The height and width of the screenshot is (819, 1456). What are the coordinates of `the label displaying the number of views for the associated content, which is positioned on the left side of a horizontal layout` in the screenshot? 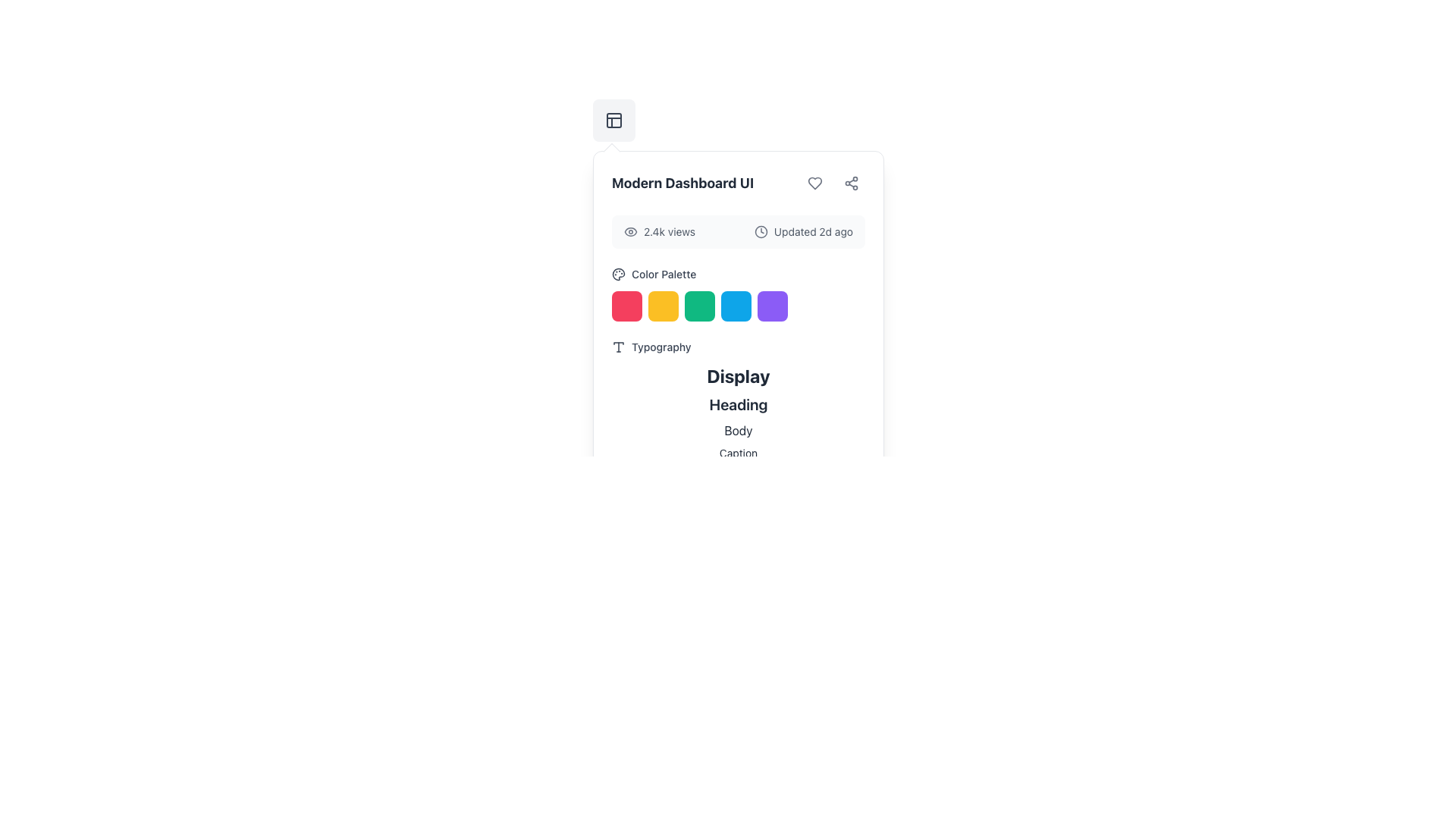 It's located at (659, 231).